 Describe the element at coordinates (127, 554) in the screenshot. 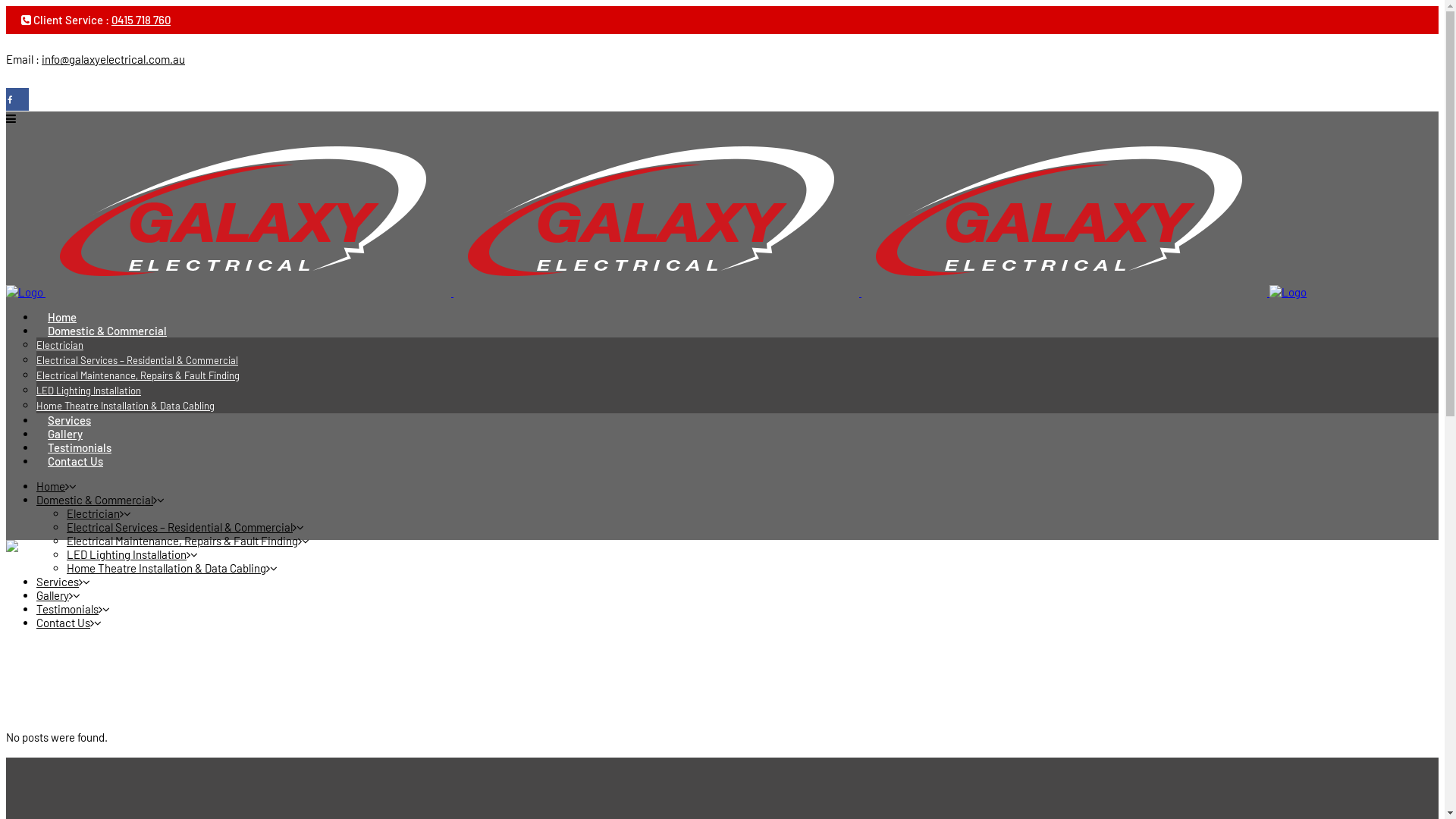

I see `'LED Lighting Installation'` at that location.